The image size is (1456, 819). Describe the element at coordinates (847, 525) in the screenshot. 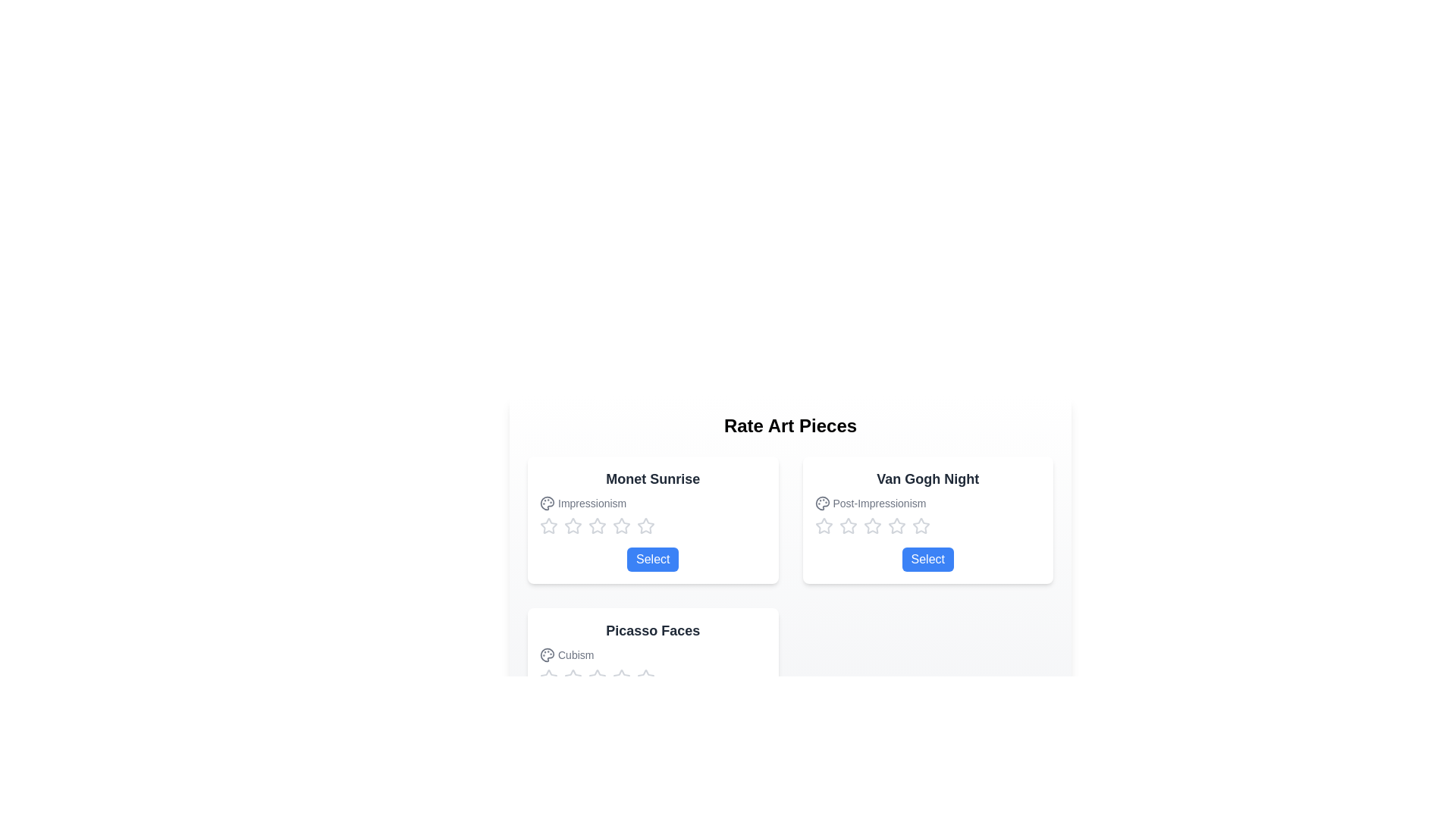

I see `the first rating star icon below the title and genre of the 'Van Gogh Night' artwork to set a rating of one star` at that location.